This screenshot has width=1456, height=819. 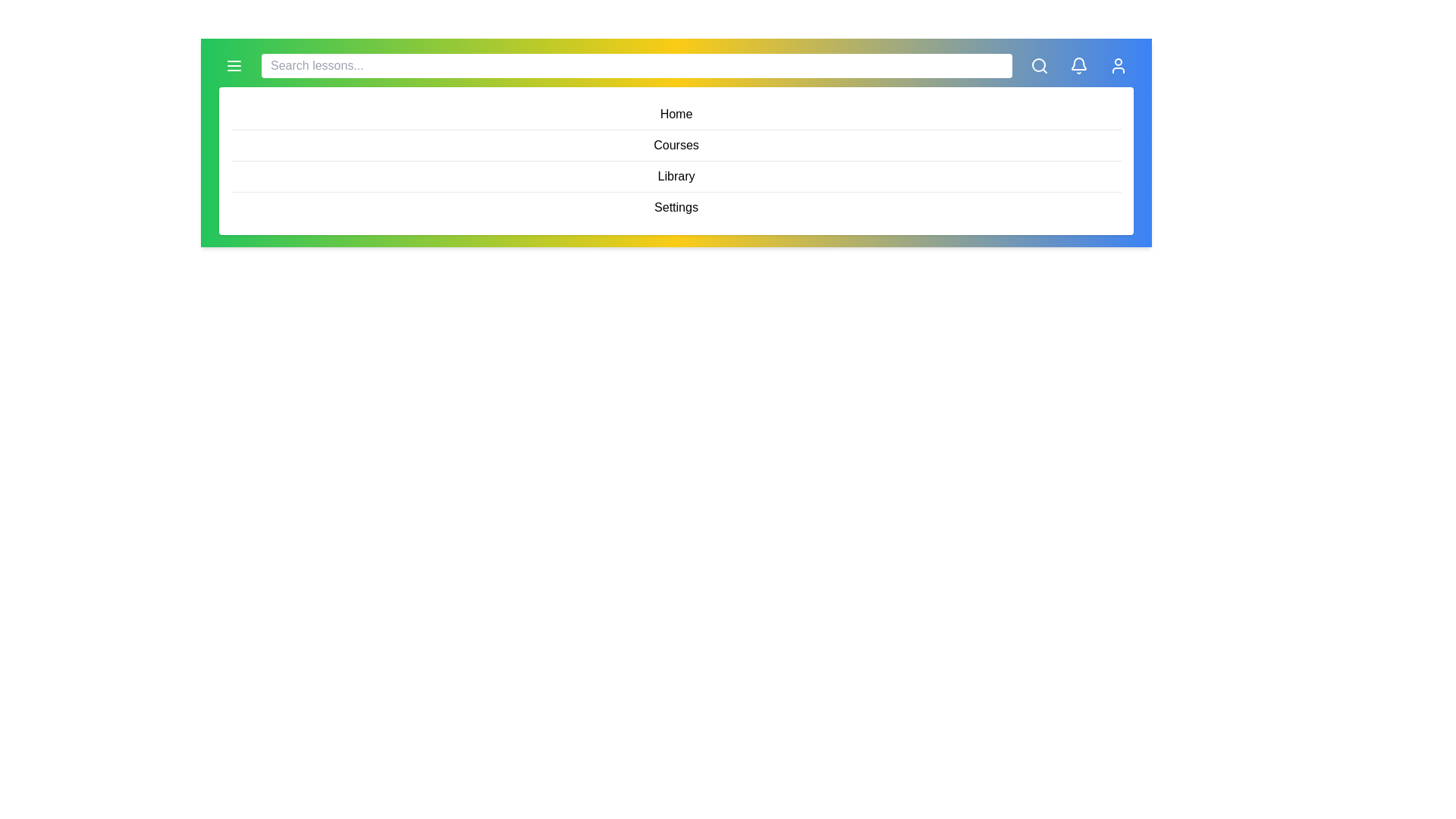 I want to click on the search input field and type 'Learn React', so click(x=637, y=65).